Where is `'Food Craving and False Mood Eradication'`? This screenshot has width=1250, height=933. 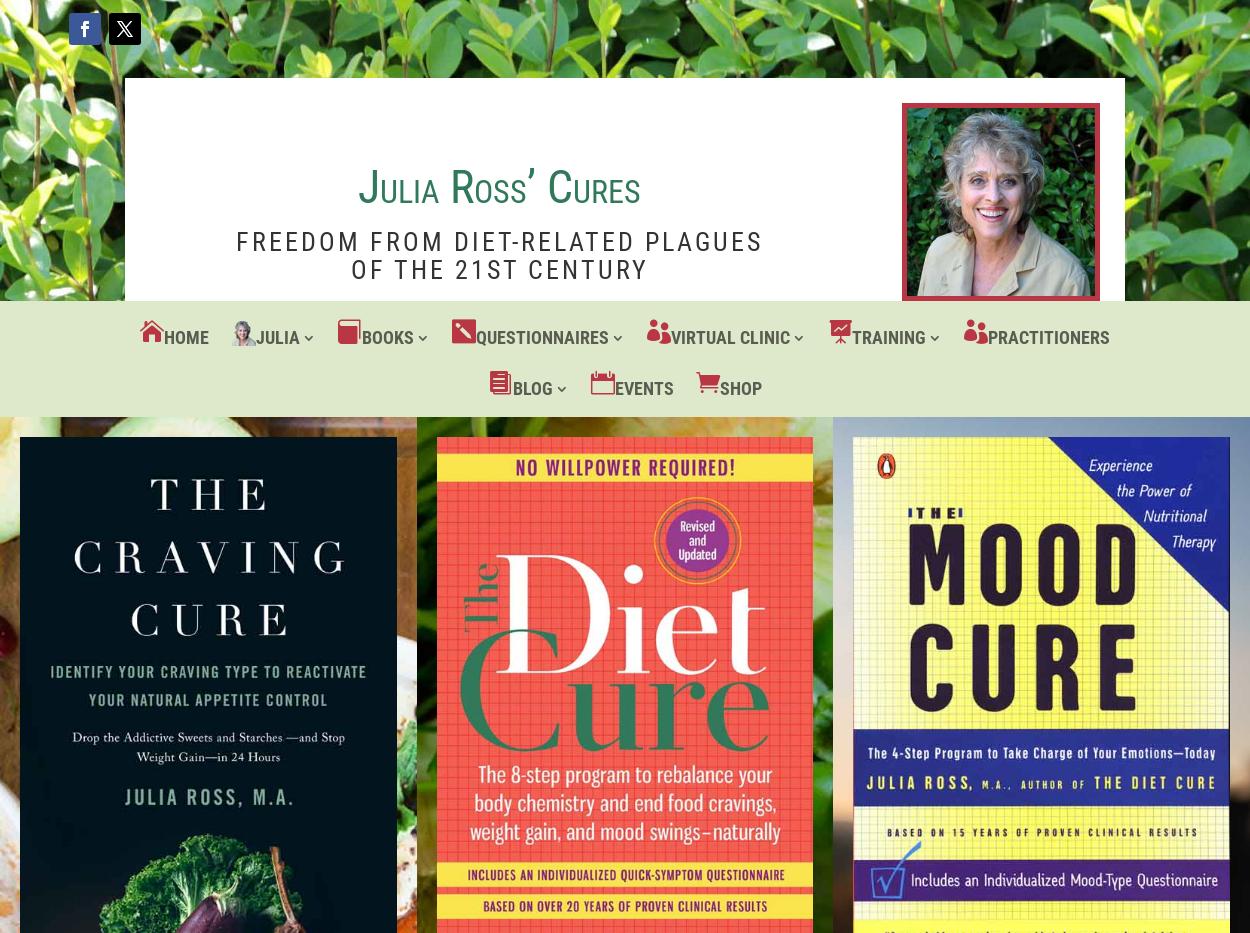 'Food Craving and False Mood Eradication' is located at coordinates (750, 438).